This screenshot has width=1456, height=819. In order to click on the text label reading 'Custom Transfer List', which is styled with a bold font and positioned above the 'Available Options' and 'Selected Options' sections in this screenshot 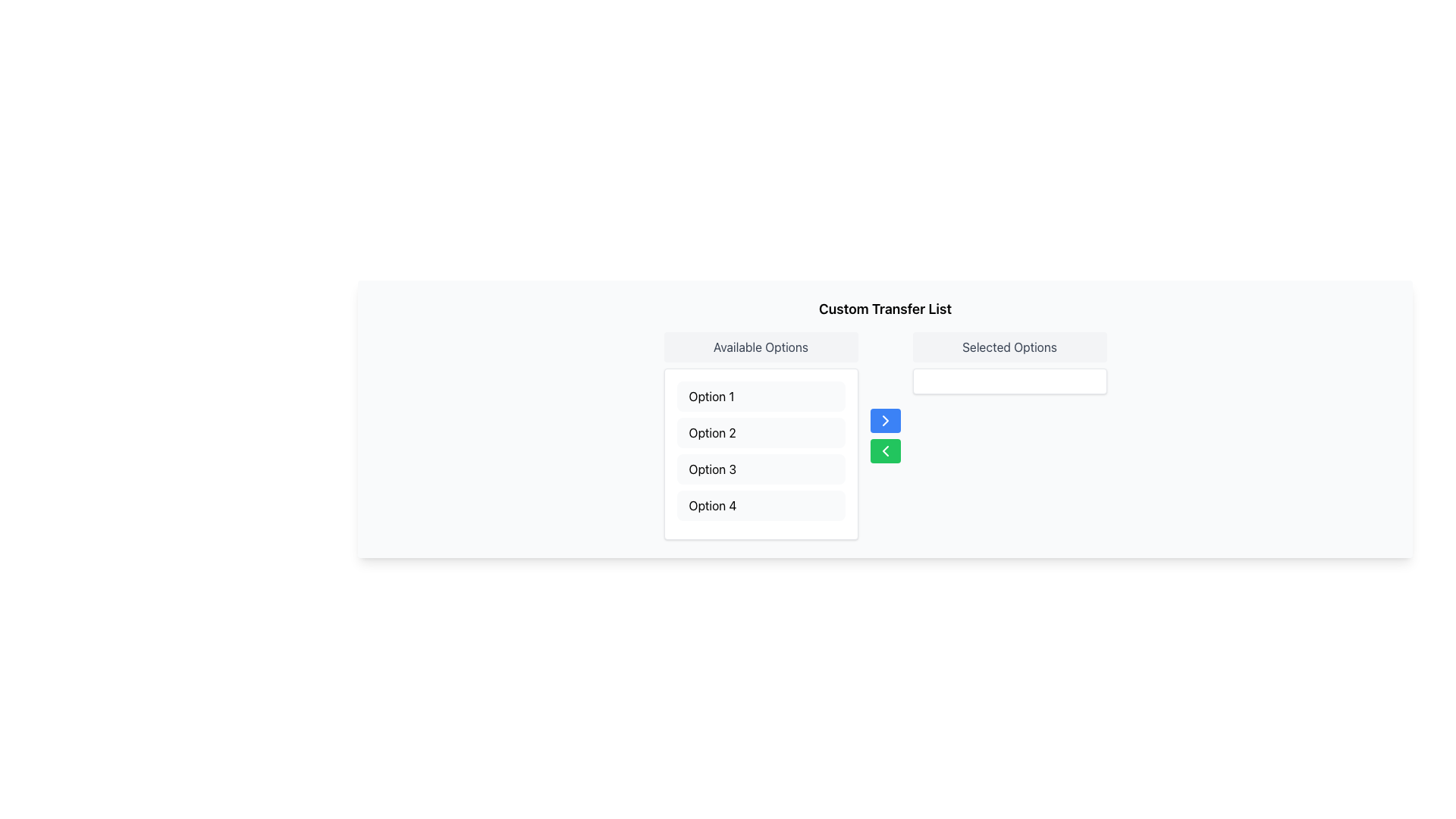, I will do `click(885, 309)`.